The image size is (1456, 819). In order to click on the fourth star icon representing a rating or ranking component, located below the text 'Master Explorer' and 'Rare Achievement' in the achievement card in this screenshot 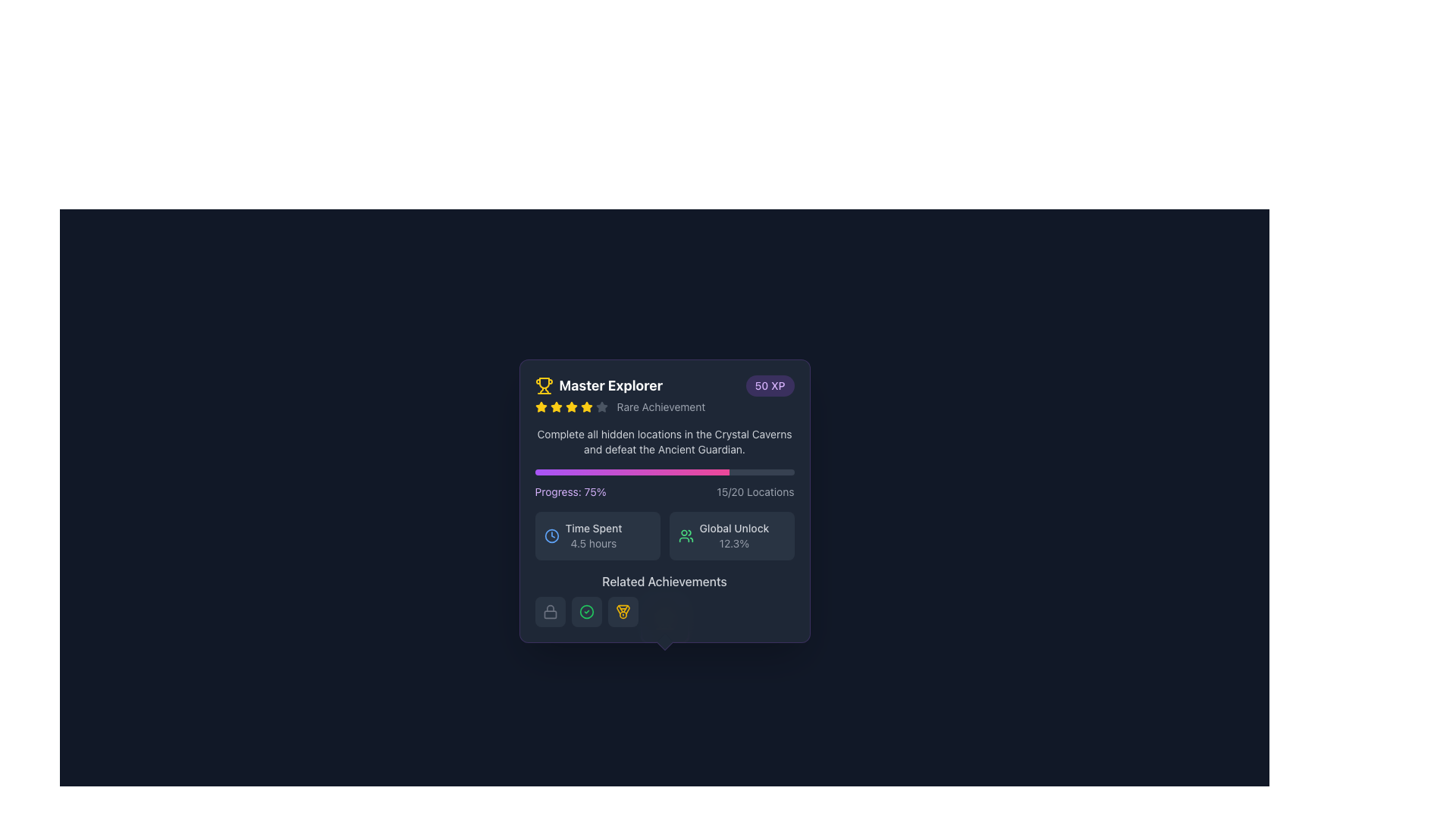, I will do `click(570, 406)`.